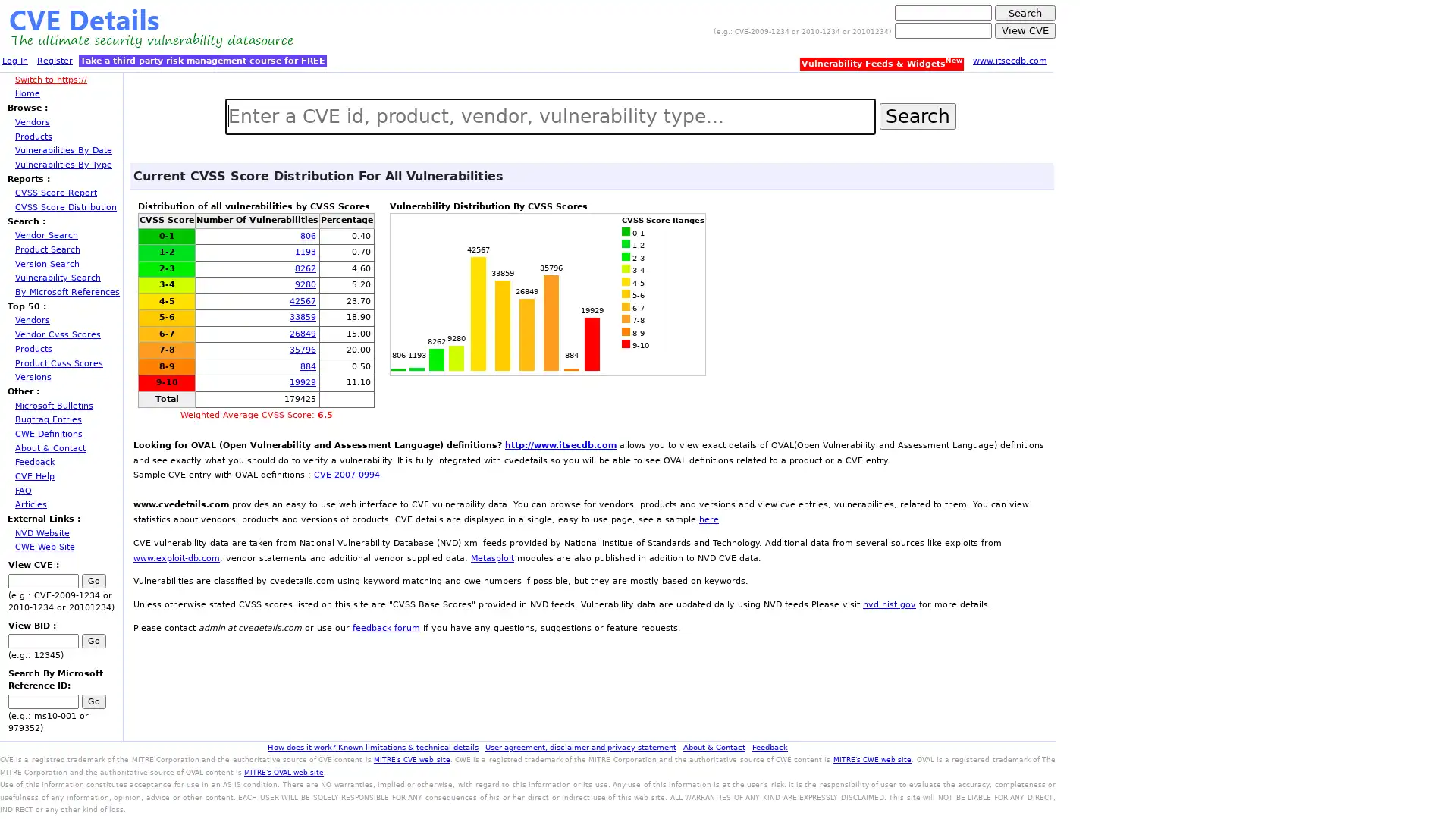 The width and height of the screenshot is (1456, 819). What do you see at coordinates (916, 115) in the screenshot?
I see `Search` at bounding box center [916, 115].